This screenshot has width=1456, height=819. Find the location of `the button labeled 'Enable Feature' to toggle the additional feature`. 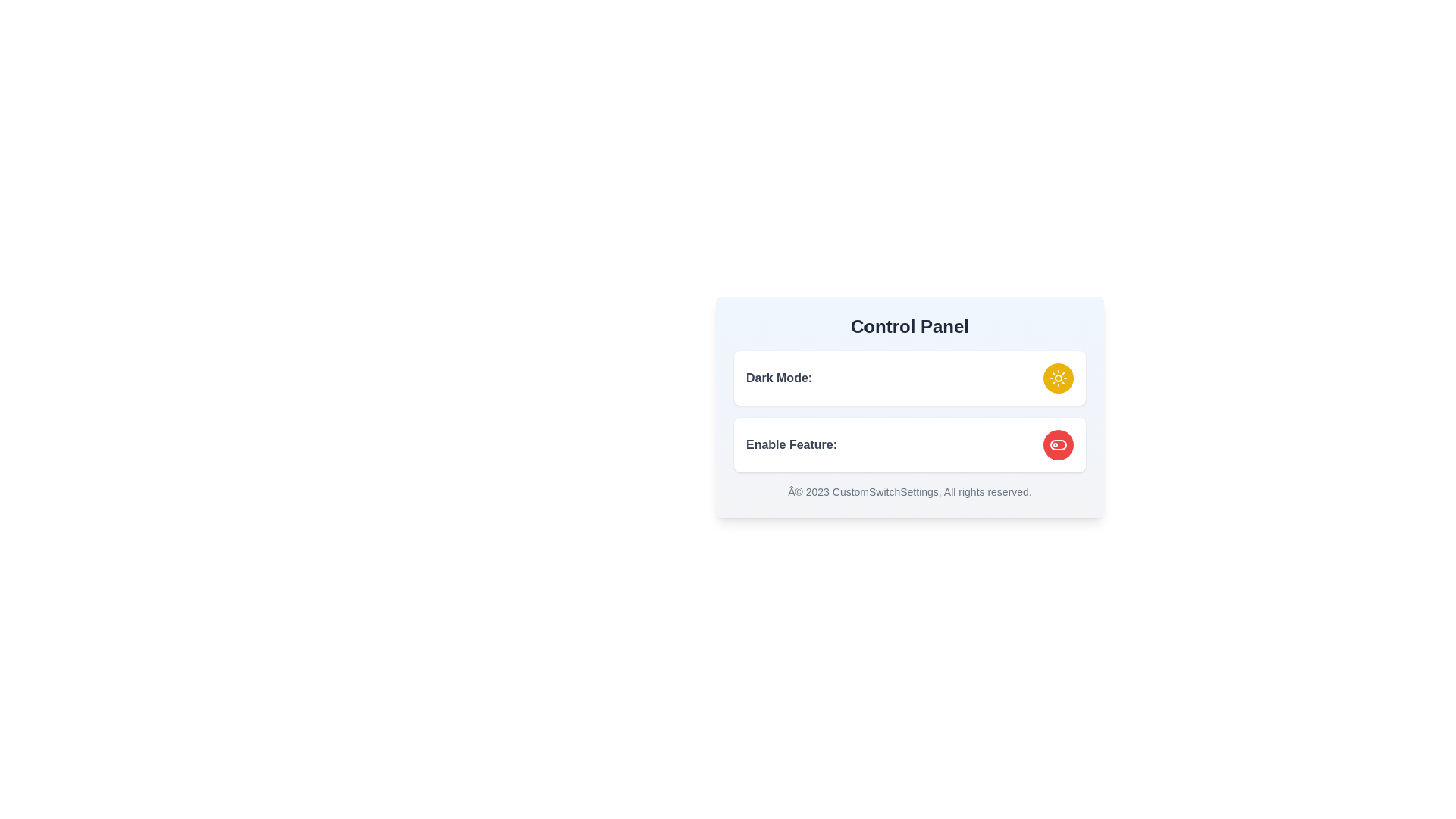

the button labeled 'Enable Feature' to toggle the additional feature is located at coordinates (1058, 444).